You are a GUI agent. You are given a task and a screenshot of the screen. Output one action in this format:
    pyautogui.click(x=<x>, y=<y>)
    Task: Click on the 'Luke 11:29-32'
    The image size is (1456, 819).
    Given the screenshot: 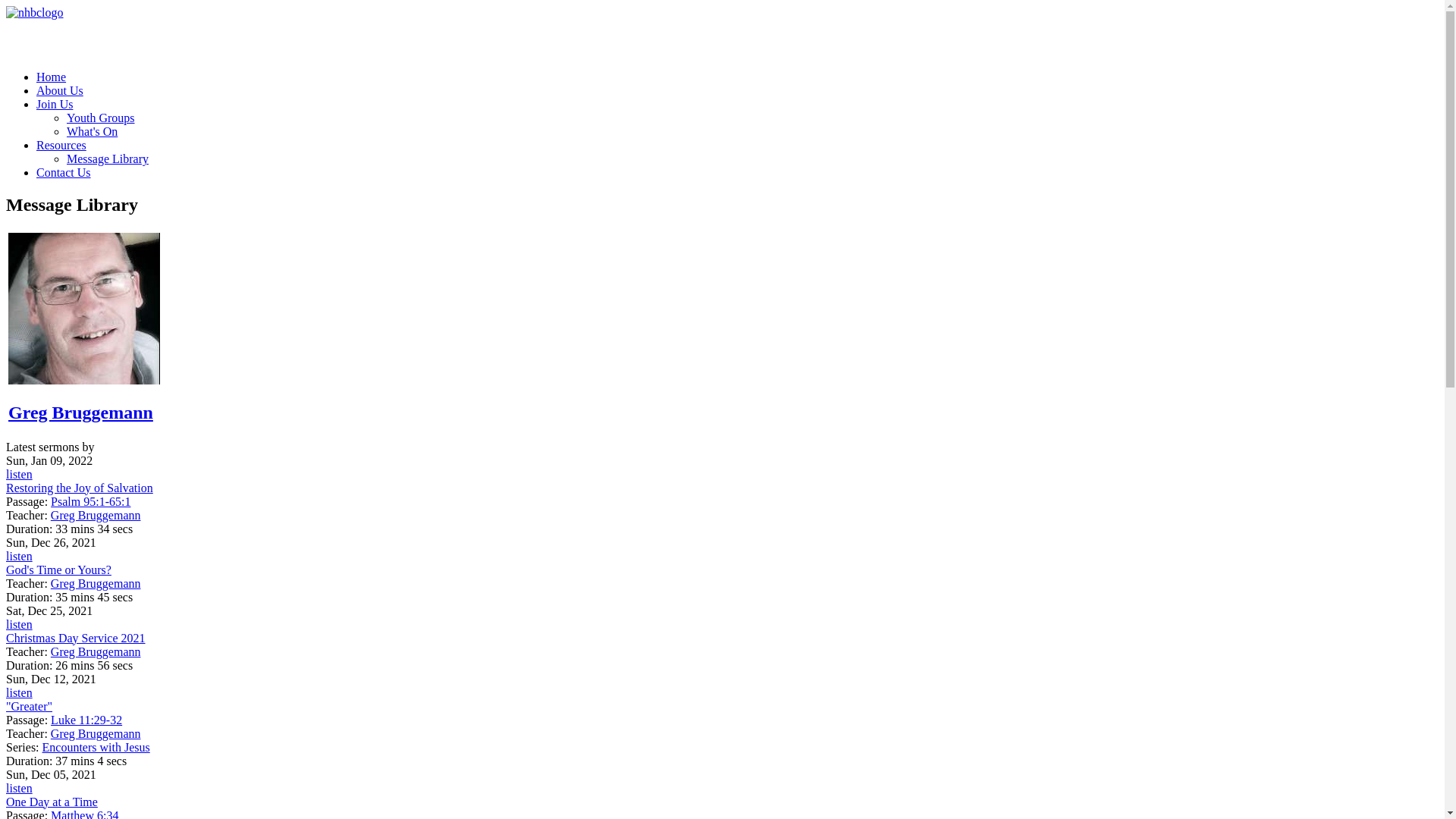 What is the action you would take?
    pyautogui.click(x=86, y=719)
    